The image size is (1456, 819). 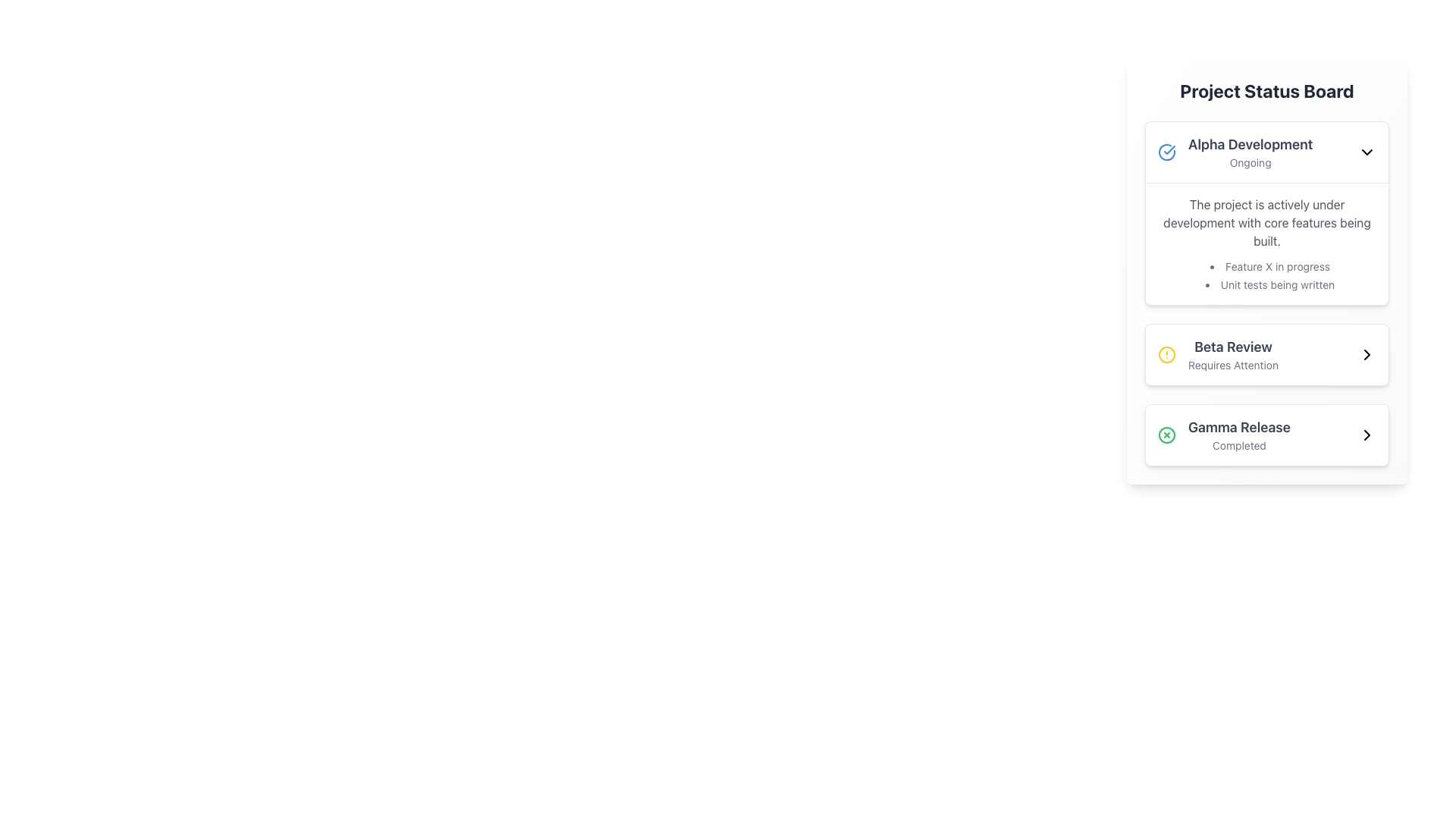 I want to click on text content of the 'Beta Review' status display, which indicates 'Requires Attention' and is located in the second section of the Project Status Board, so click(x=1233, y=354).